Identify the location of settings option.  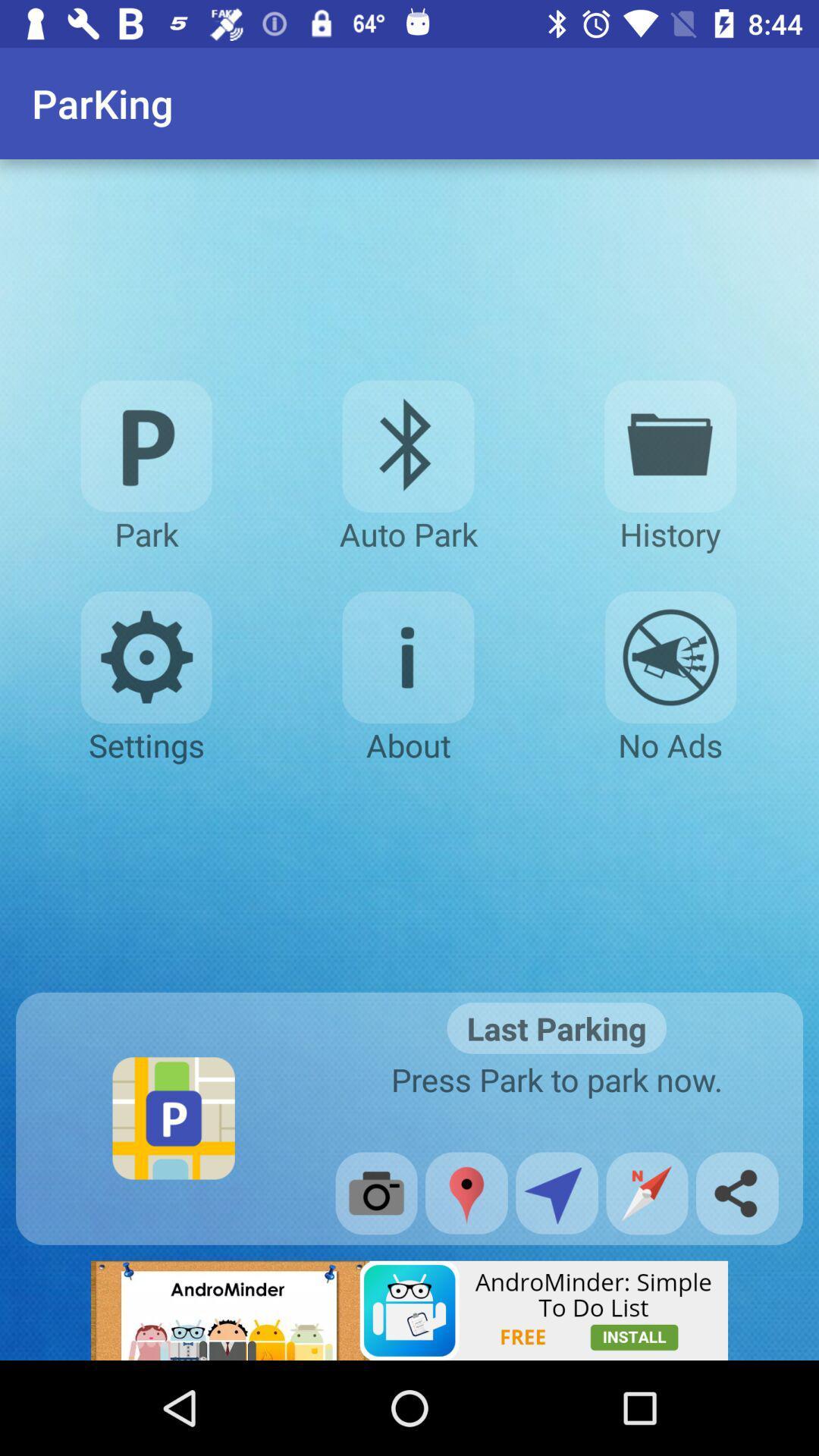
(146, 657).